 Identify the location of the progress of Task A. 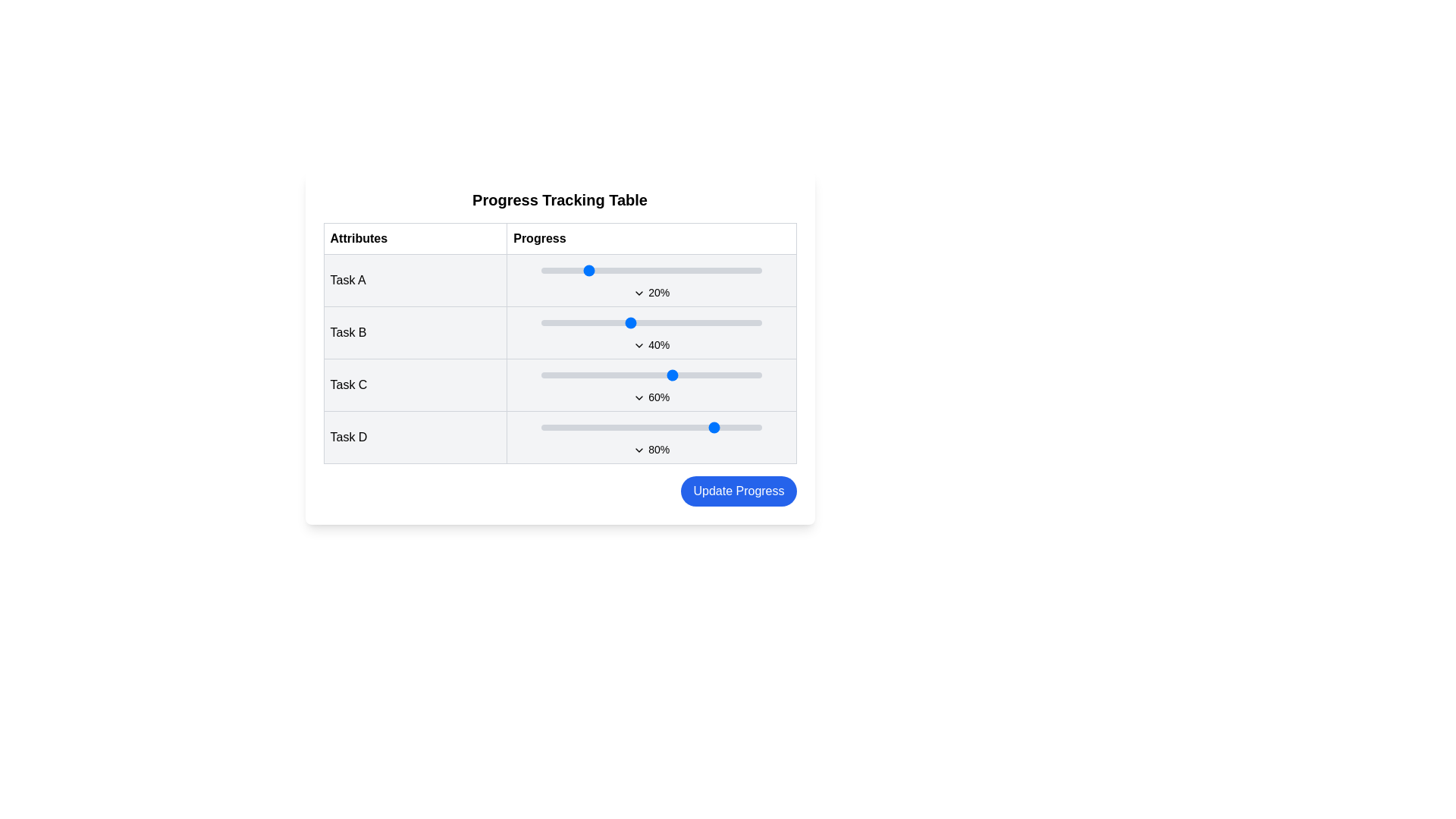
(737, 270).